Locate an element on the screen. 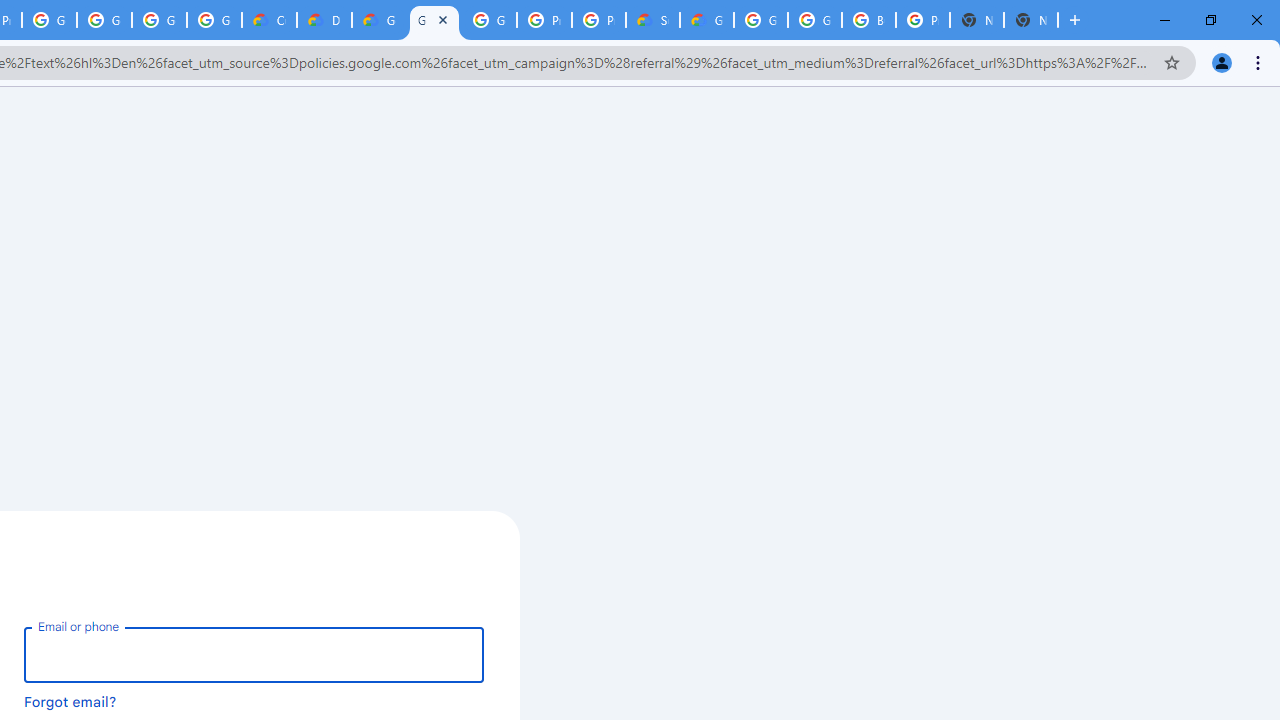  'Gemini for Business and Developers | Google Cloud' is located at coordinates (379, 20).